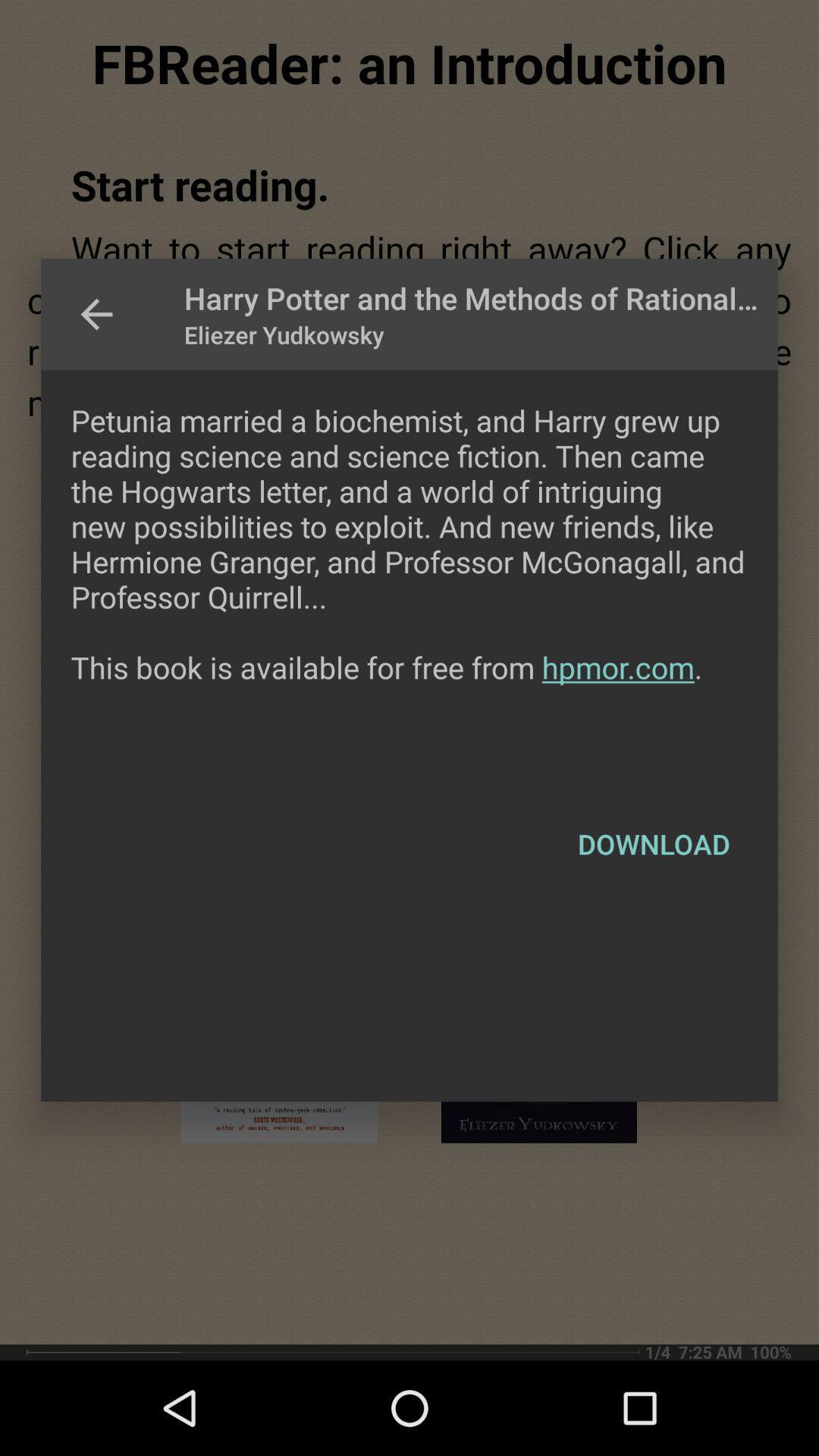 This screenshot has width=819, height=1456. I want to click on the petunia married a, so click(409, 578).